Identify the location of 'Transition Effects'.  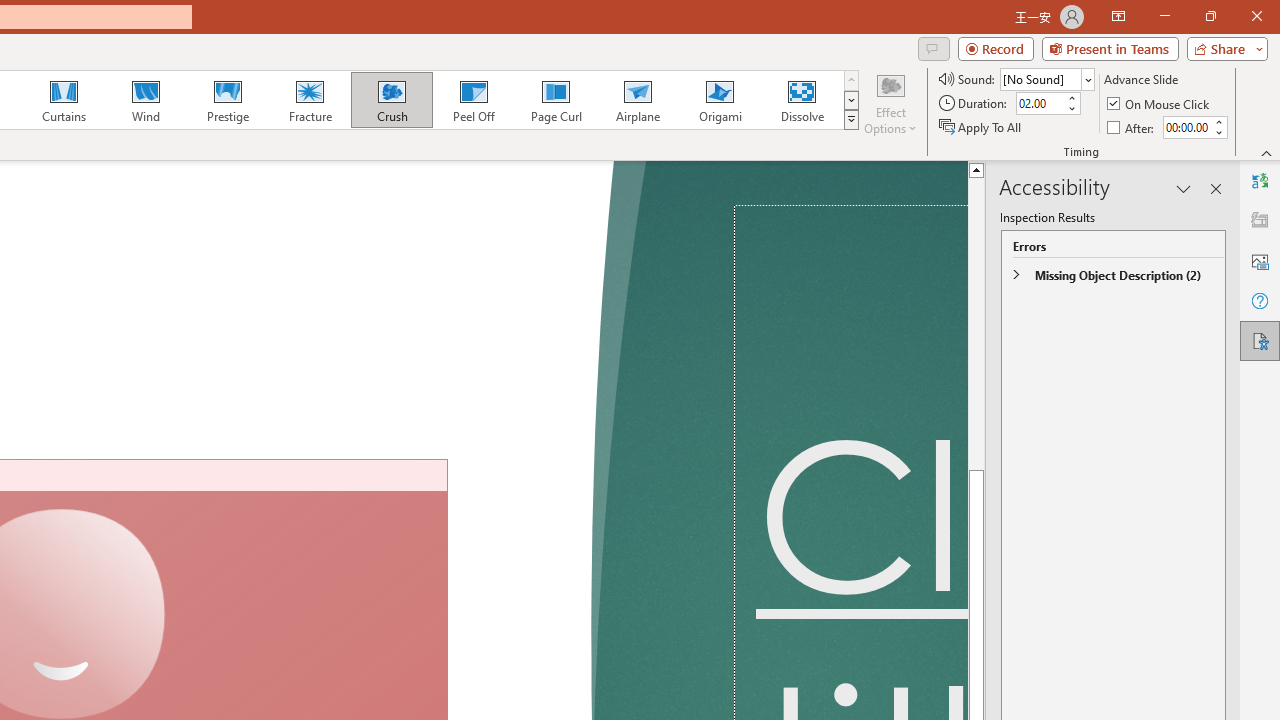
(851, 120).